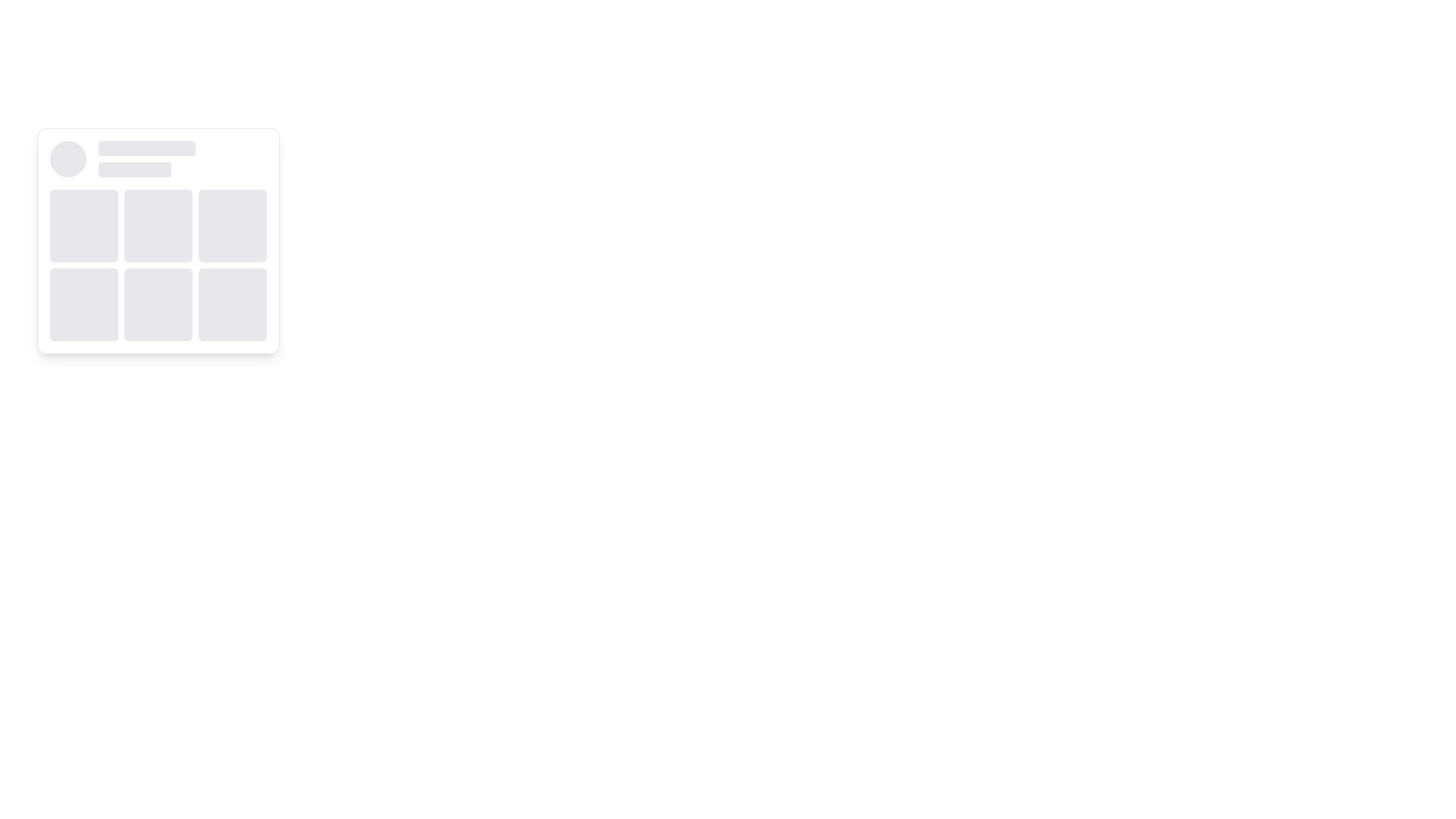 The image size is (1456, 819). I want to click on the Placeholder box located at the top-left position of the grid layout, which indicates a loading or empty state, so click(83, 225).